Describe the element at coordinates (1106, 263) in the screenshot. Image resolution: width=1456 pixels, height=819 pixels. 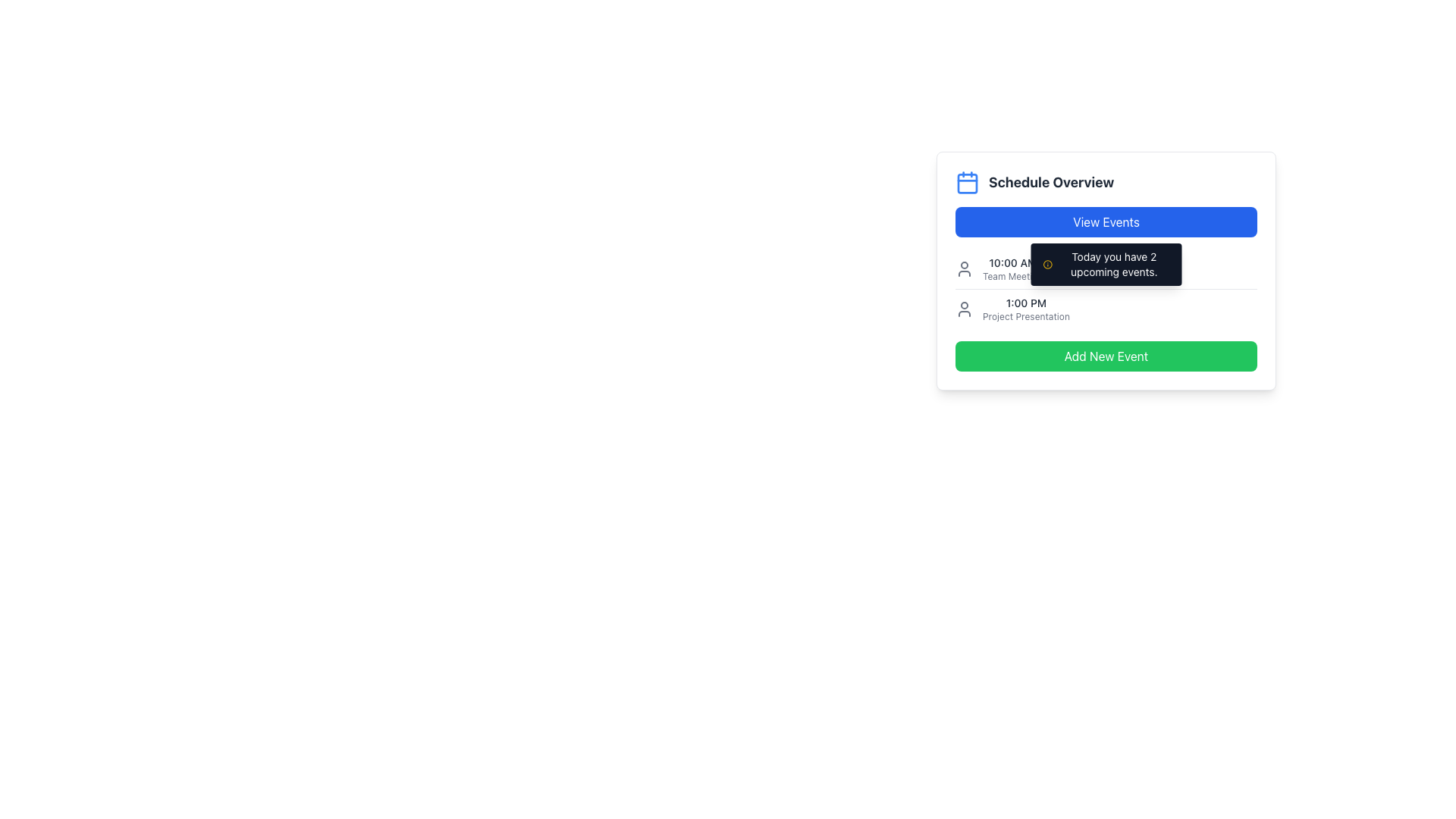
I see `the Informational Text with Icon that displays the number of upcoming events, located centrally beneath the 'View Events' button and above the list of scheduled events` at that location.